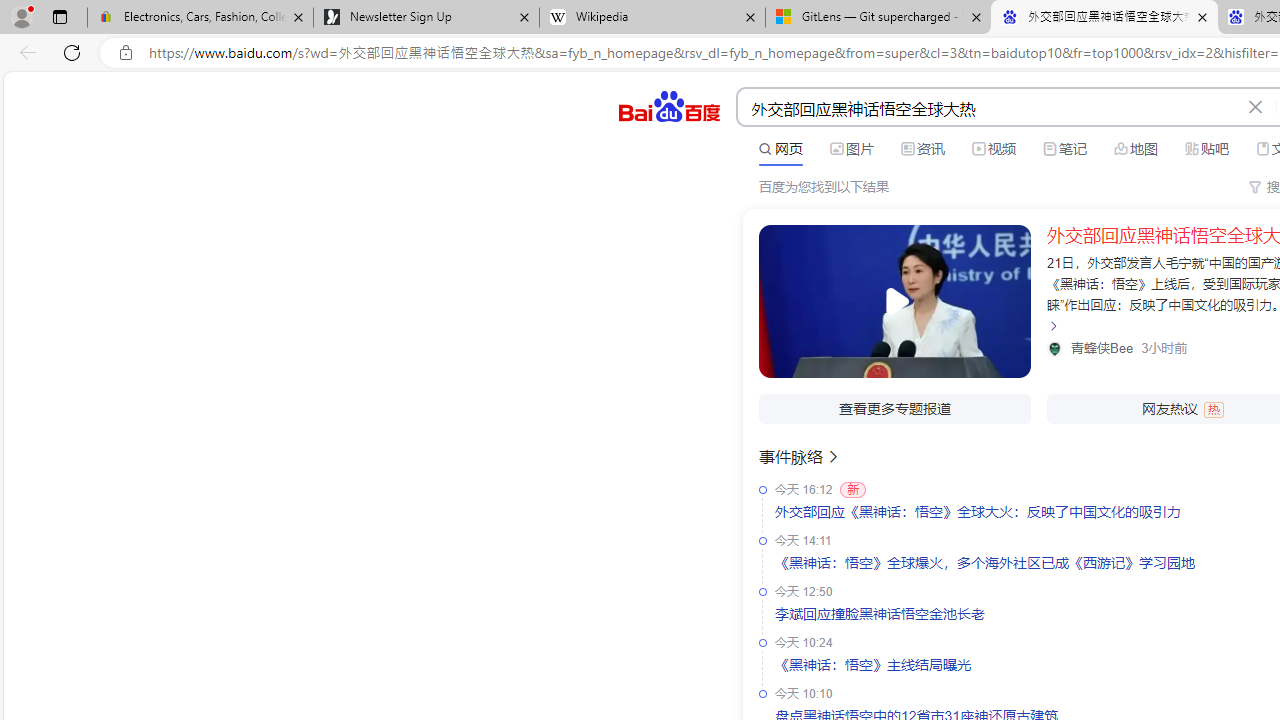  What do you see at coordinates (652, 17) in the screenshot?
I see `'Wikipedia'` at bounding box center [652, 17].